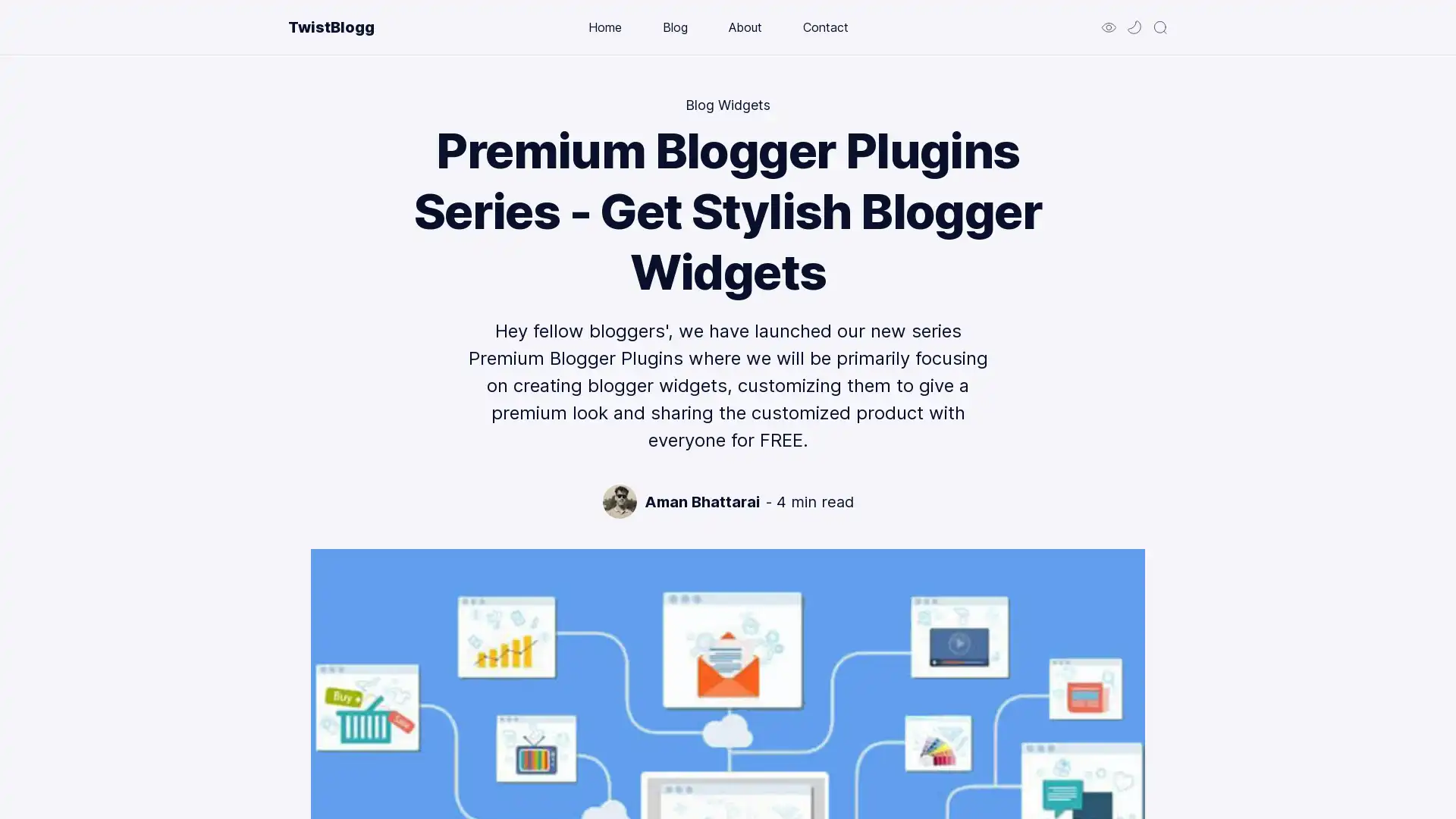 Image resolution: width=1456 pixels, height=819 pixels. I want to click on Readmode, so click(1109, 27).